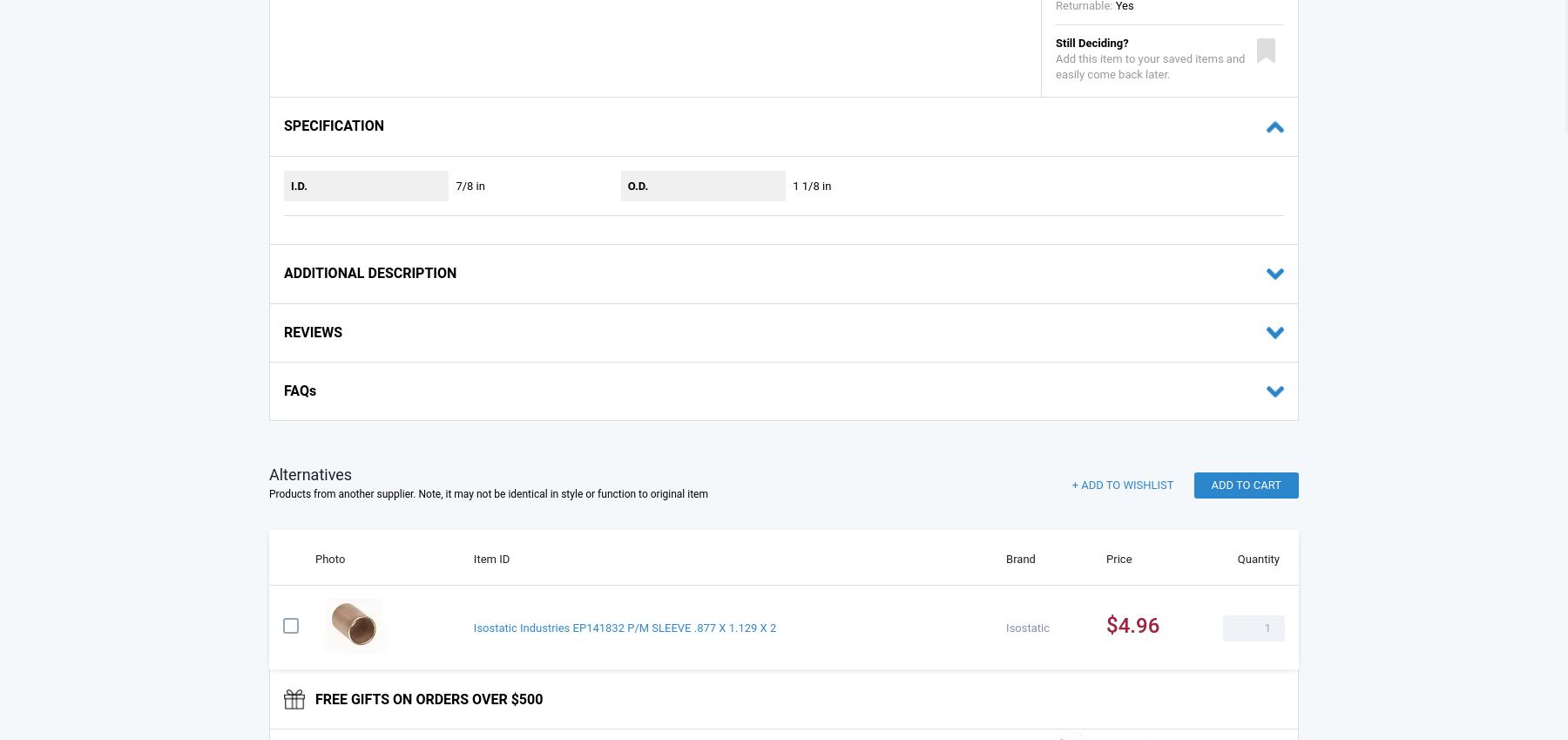 The width and height of the screenshot is (1568, 740). Describe the element at coordinates (472, 558) in the screenshot. I see `'Item ID'` at that location.